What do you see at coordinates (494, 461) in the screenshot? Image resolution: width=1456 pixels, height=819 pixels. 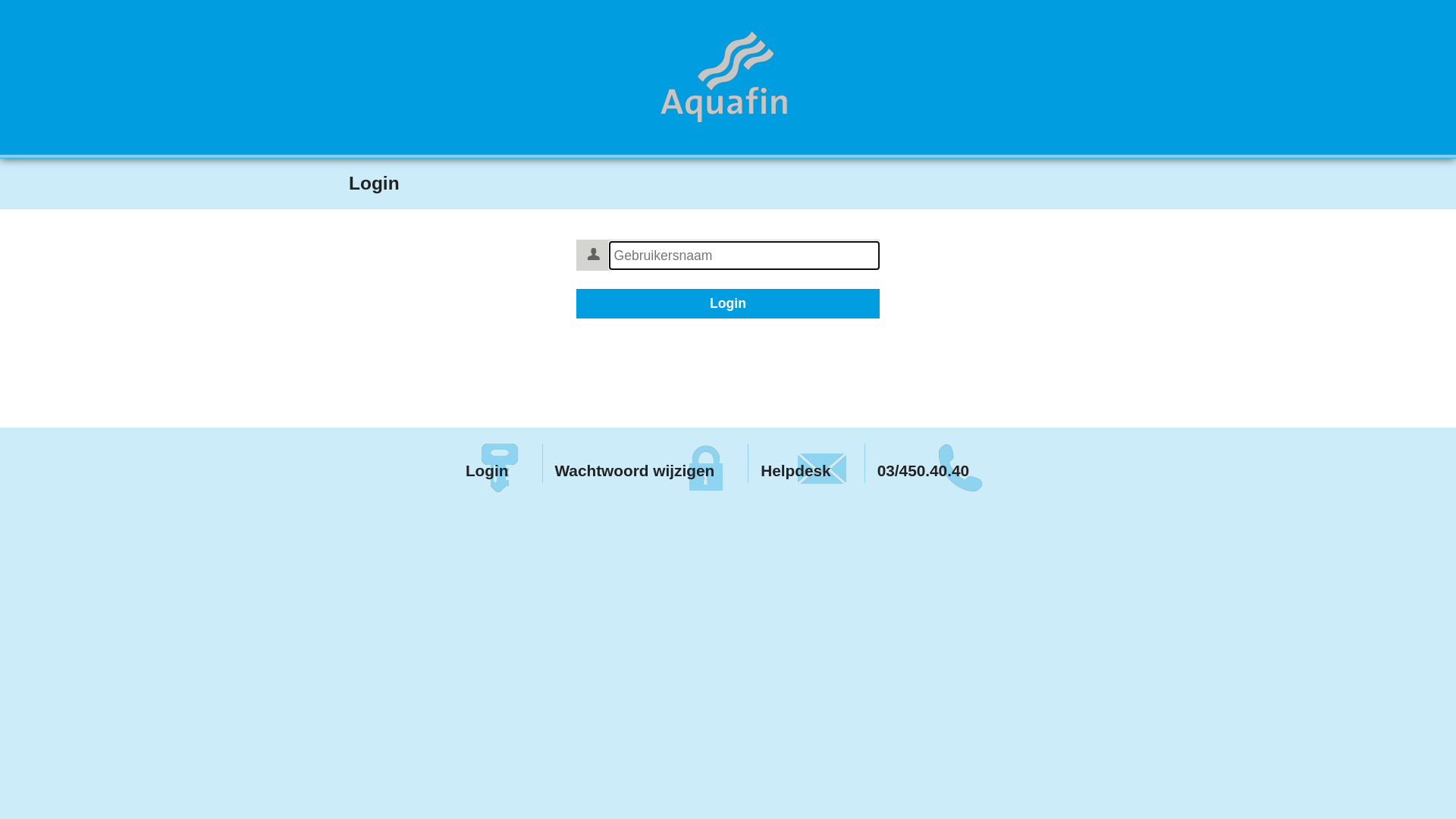 I see `'Login'` at bounding box center [494, 461].